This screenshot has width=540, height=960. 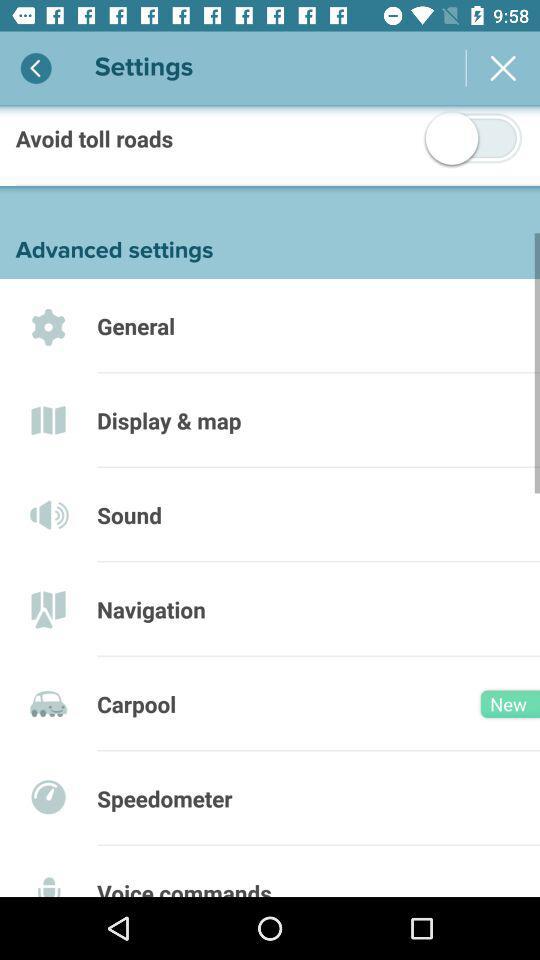 What do you see at coordinates (48, 810) in the screenshot?
I see `the sixth icon` at bounding box center [48, 810].